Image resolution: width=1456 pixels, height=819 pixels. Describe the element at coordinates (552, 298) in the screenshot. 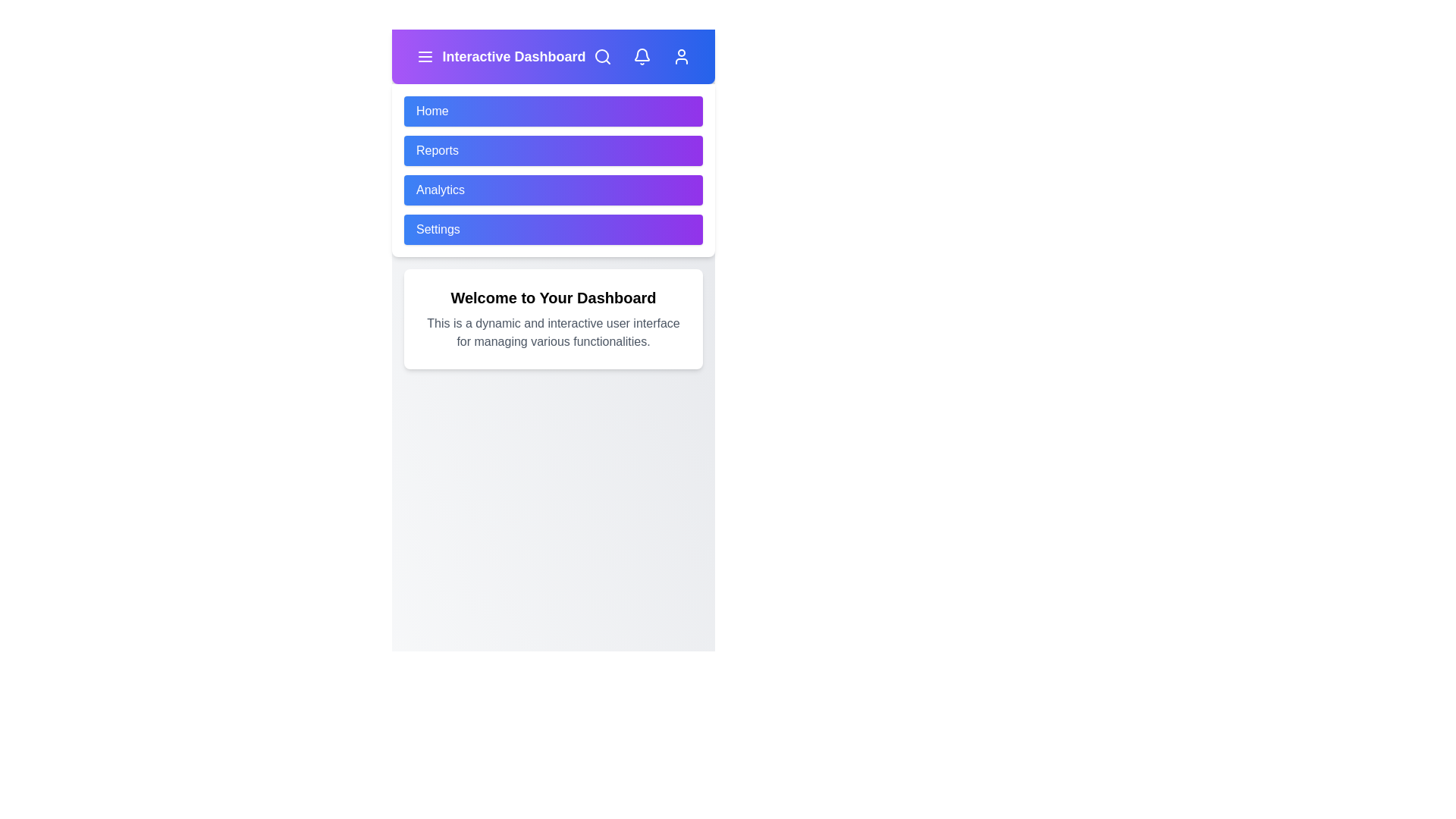

I see `the title text 'Welcome to Your Dashboard'` at that location.